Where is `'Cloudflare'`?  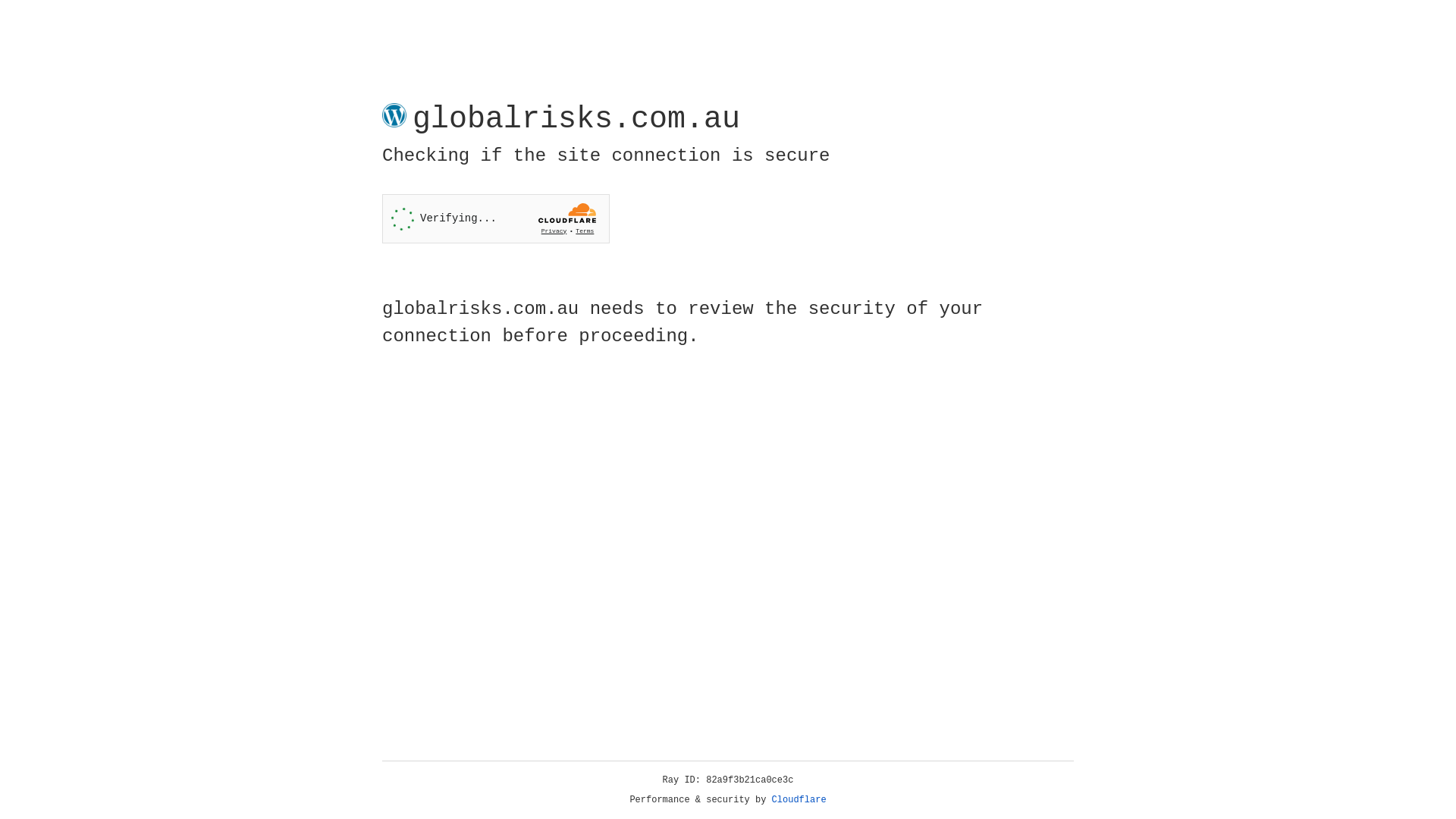
'Cloudflare' is located at coordinates (799, 799).